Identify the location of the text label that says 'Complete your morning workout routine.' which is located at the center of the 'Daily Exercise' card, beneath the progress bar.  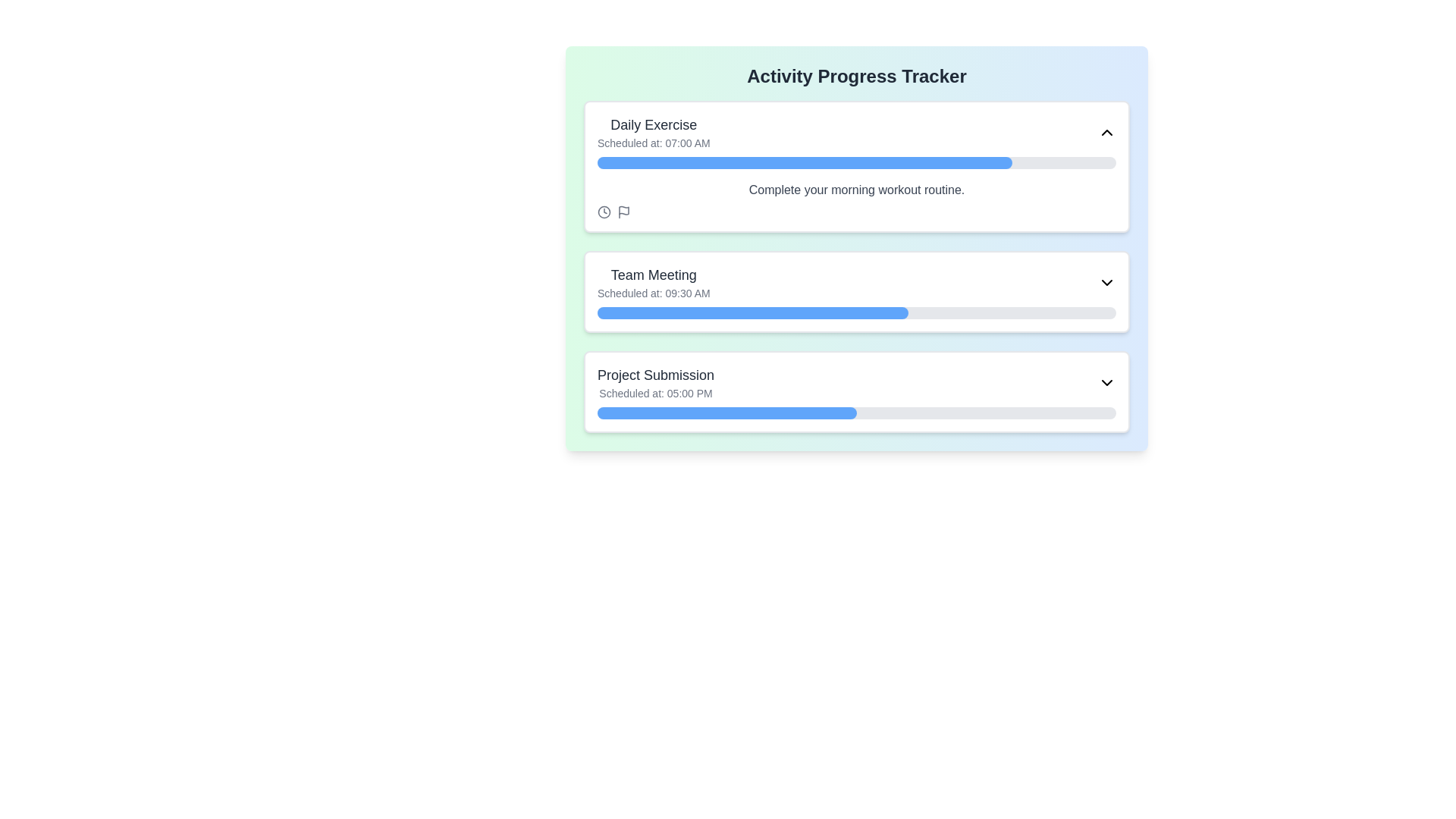
(856, 189).